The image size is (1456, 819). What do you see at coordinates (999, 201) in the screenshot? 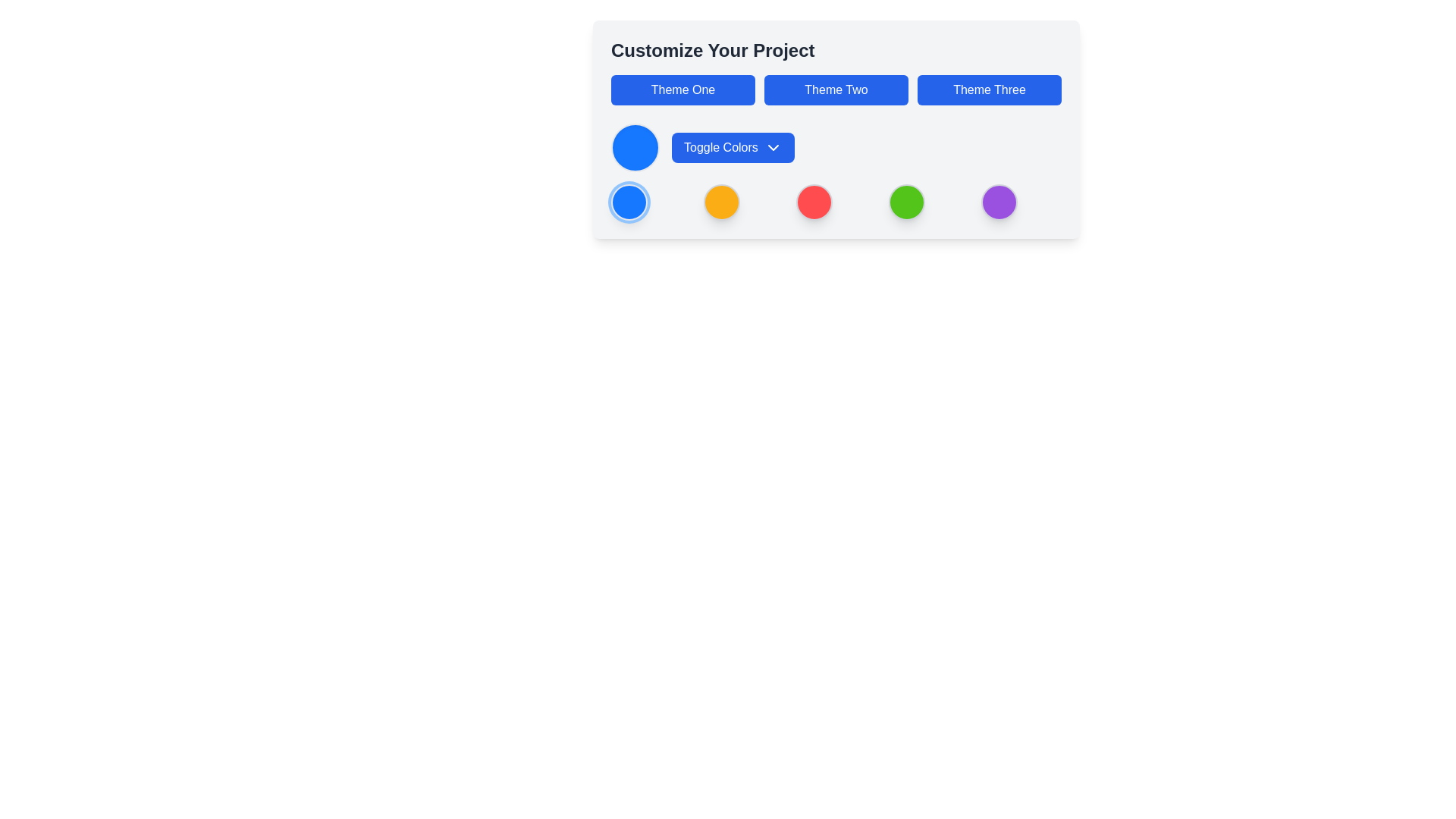
I see `the fifth circular button with a purple background in the row of buttons beneath the 'Toggle Colors' dropdown` at bounding box center [999, 201].